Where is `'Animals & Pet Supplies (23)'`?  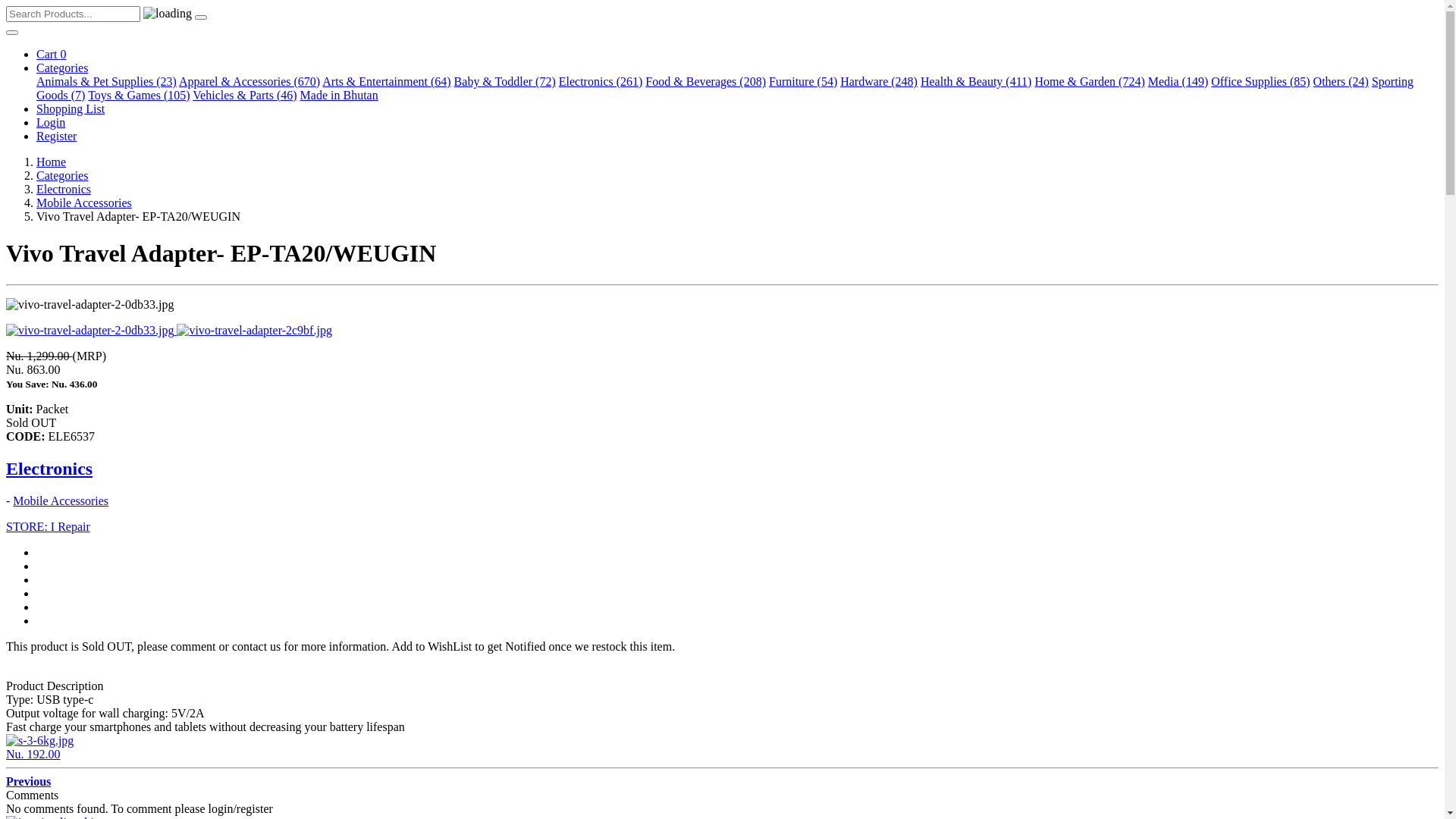 'Animals & Pet Supplies (23)' is located at coordinates (105, 81).